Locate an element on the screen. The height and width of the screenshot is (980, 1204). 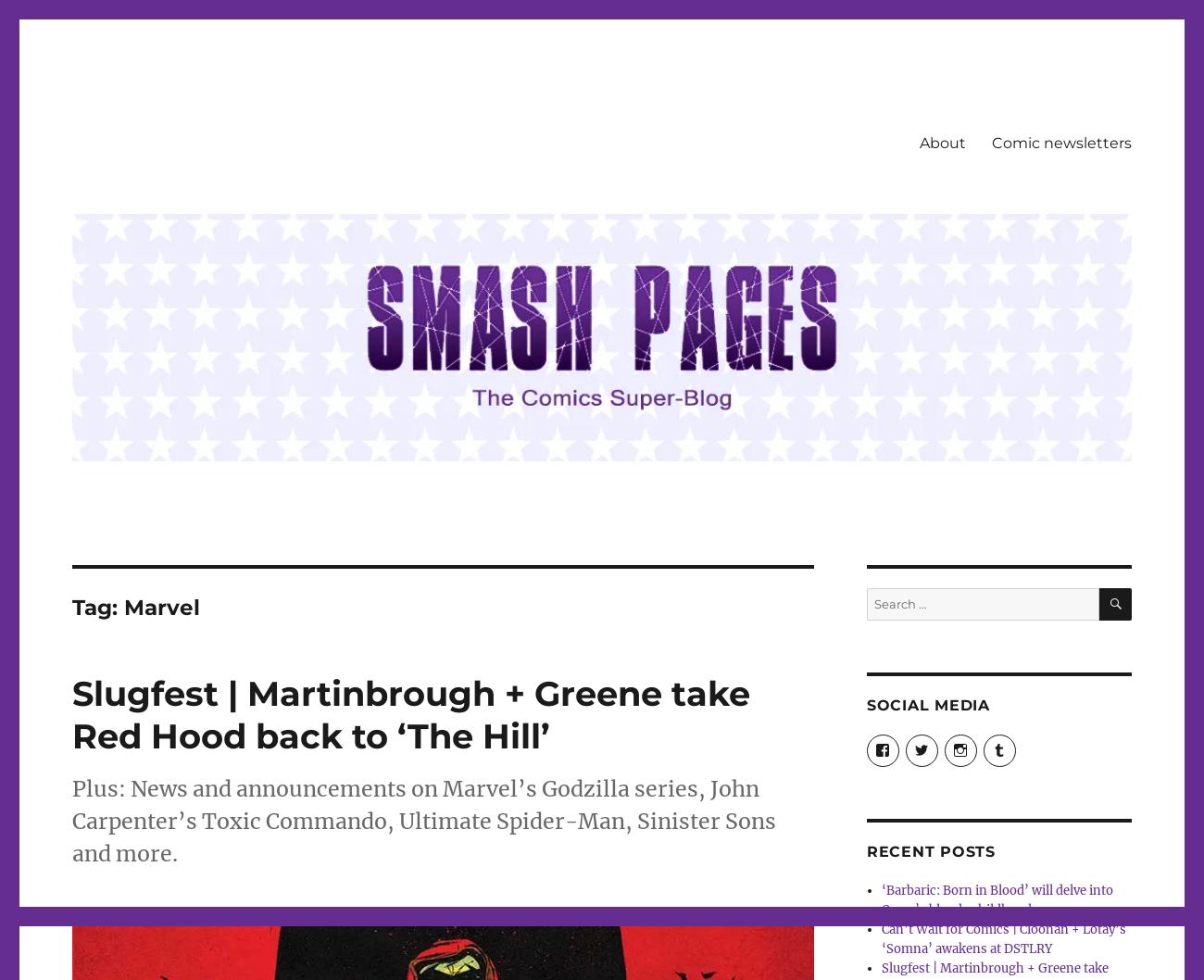
'Can’t Wait for Comics | Cloonan + Lotay’s ‘Somna’ awakens at DSTLRY' is located at coordinates (1003, 937).